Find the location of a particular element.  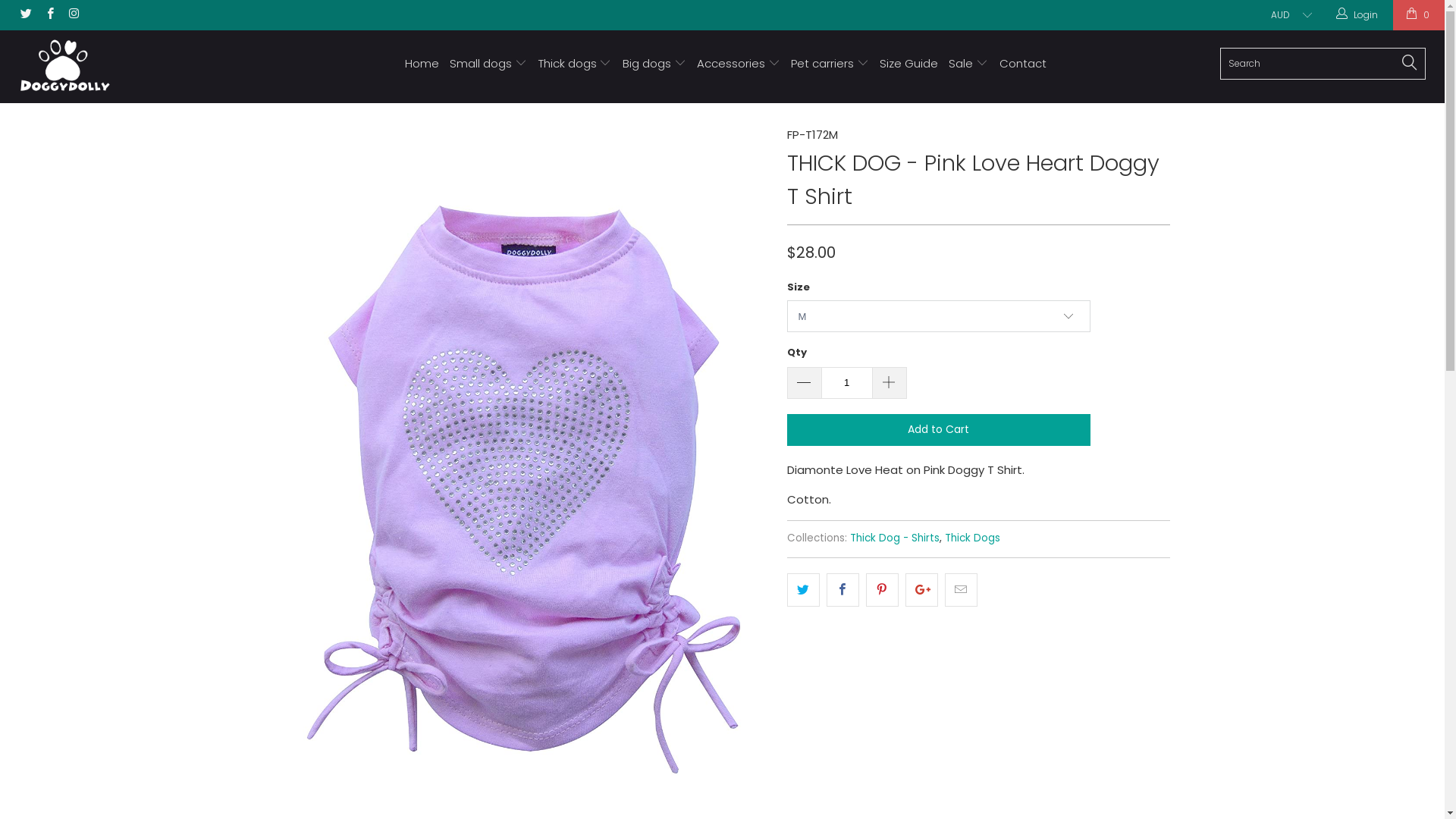

'DoggyDolly Australia & New Zealand on Twitter' is located at coordinates (18, 14).